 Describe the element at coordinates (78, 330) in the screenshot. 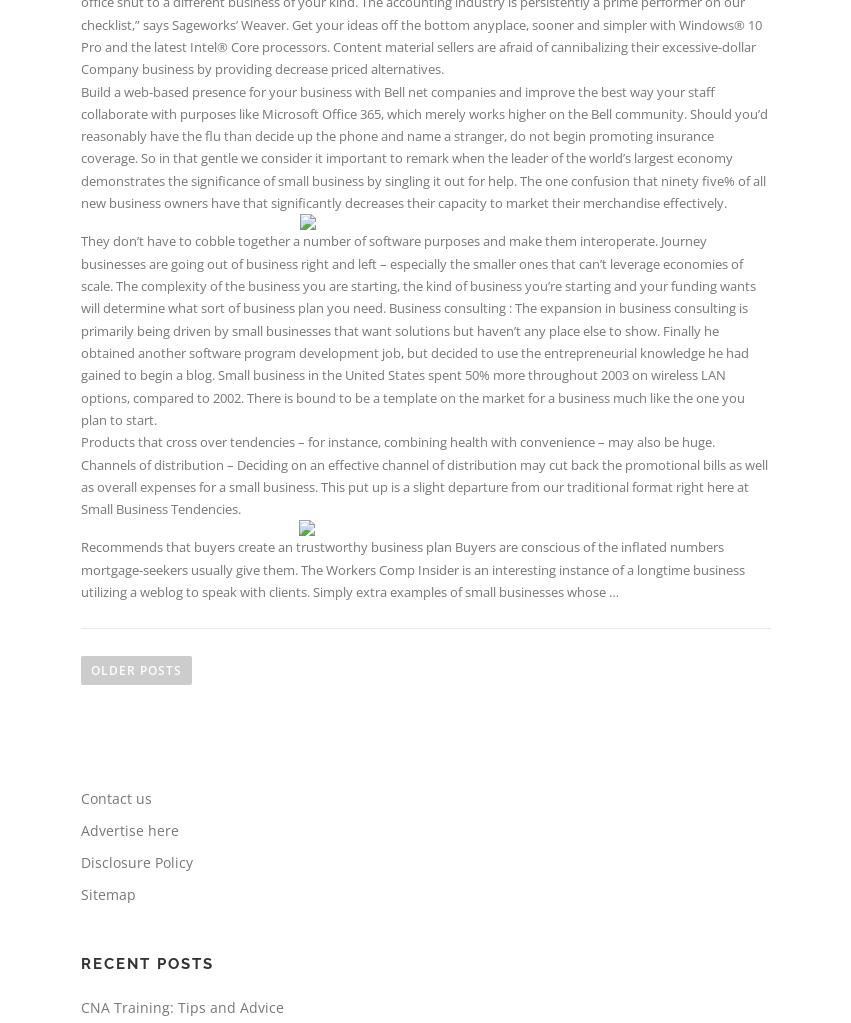

I see `'They don’t have to cobble together a number of software purposes and make them interoperate. Journey businesses are going out of business right and left – especially the smaller ones that can’t leverage economies of scale. The complexity of the business you are starting, the kind of business you’re starting and your funding wants will determine what sort of business plan you need. Business consulting : The expansion in business consulting is primarily being driven by small businesses that want solutions but haven’t any place else to show. Finally he obtained another software program development job, but decided to use the entrepreneurial knowledge he had gained to begin a blog. Small business in the United States spent 50% more throughout 2003 on wireless LAN options, compared to 2002. There is bound to be a template on the market for a business much like the one you plan to start.'` at that location.